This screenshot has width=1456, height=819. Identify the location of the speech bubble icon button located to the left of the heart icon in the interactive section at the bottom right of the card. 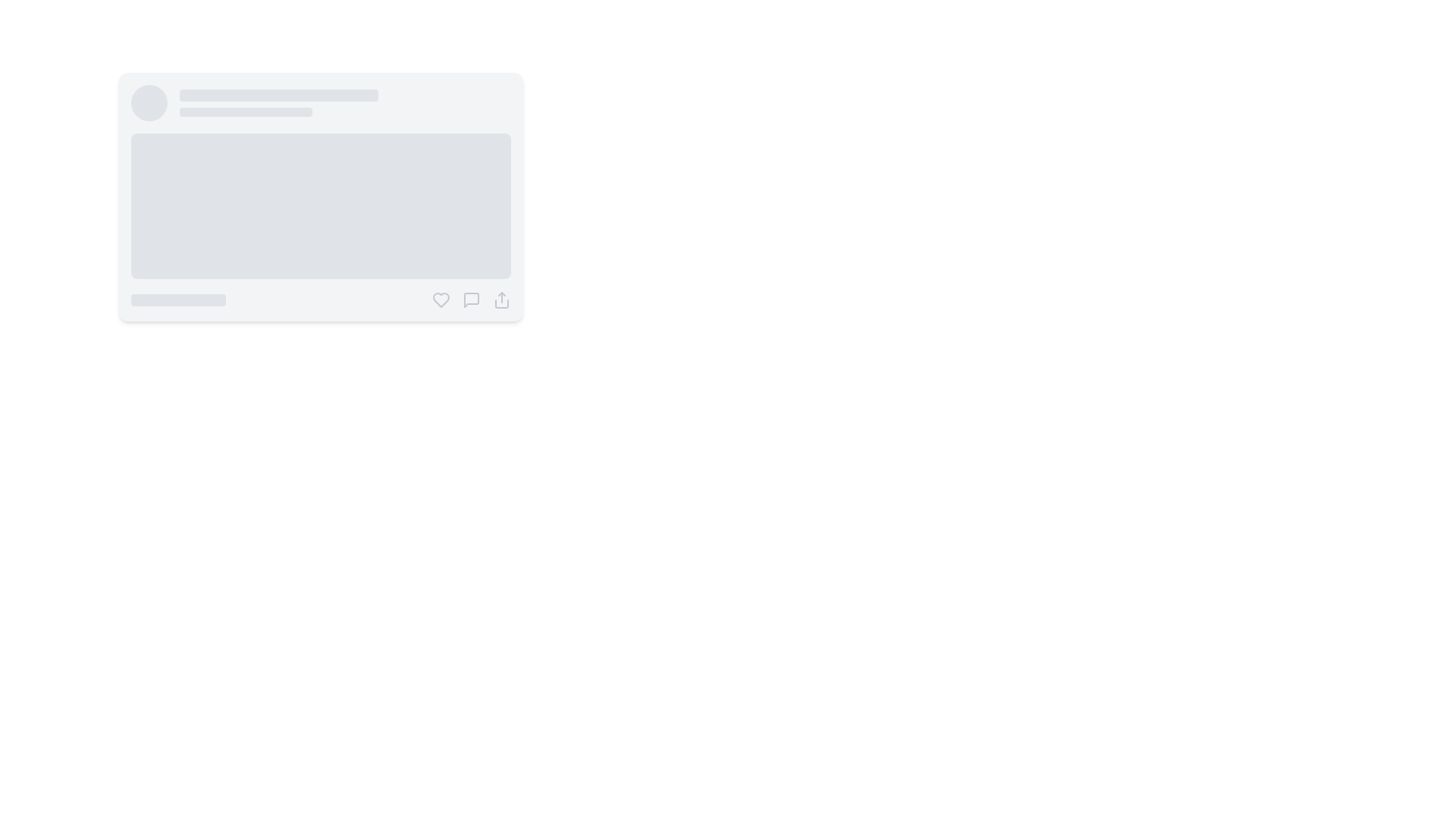
(471, 300).